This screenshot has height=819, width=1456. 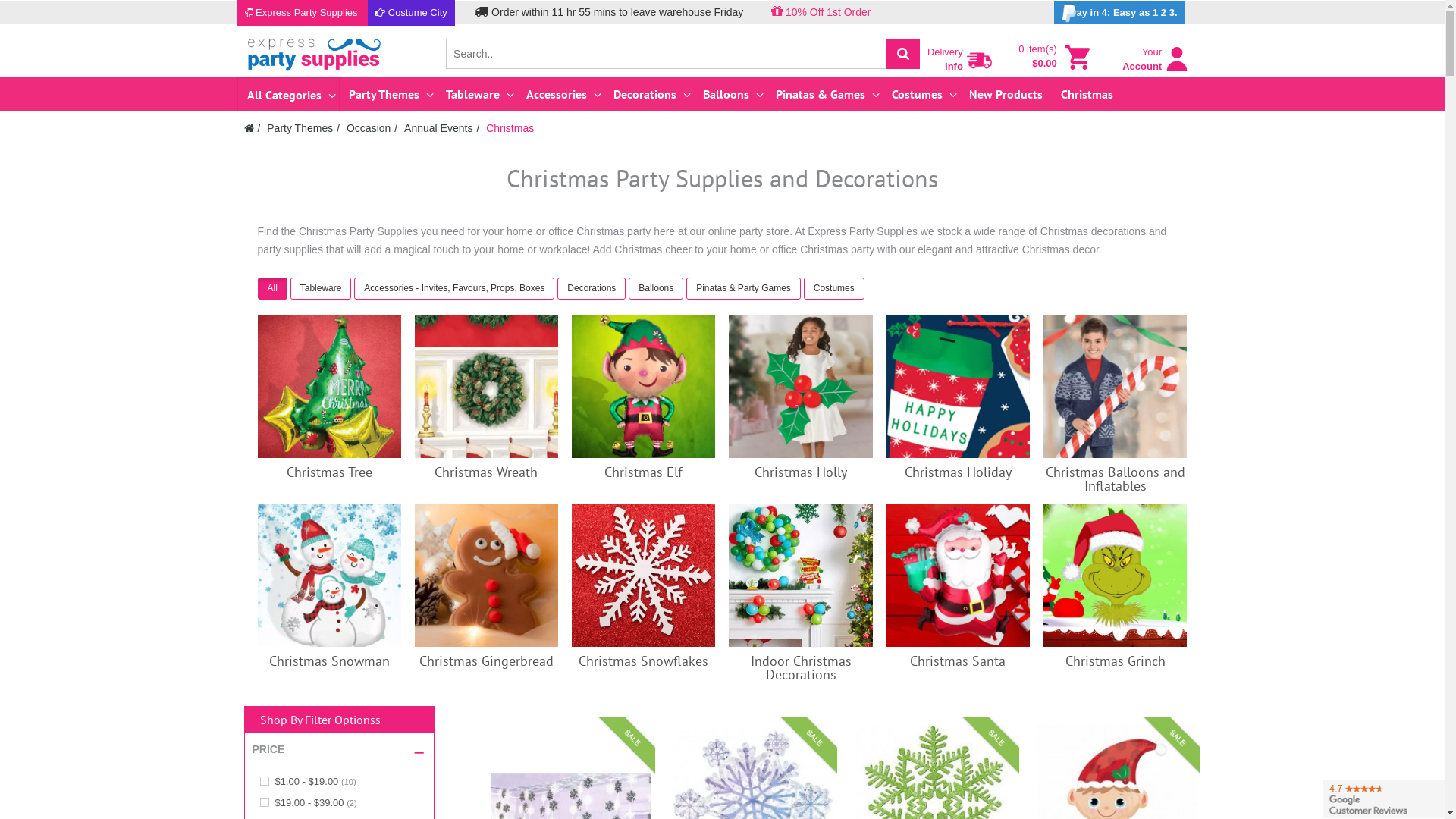 I want to click on 'Christmas Holiday', so click(x=957, y=471).